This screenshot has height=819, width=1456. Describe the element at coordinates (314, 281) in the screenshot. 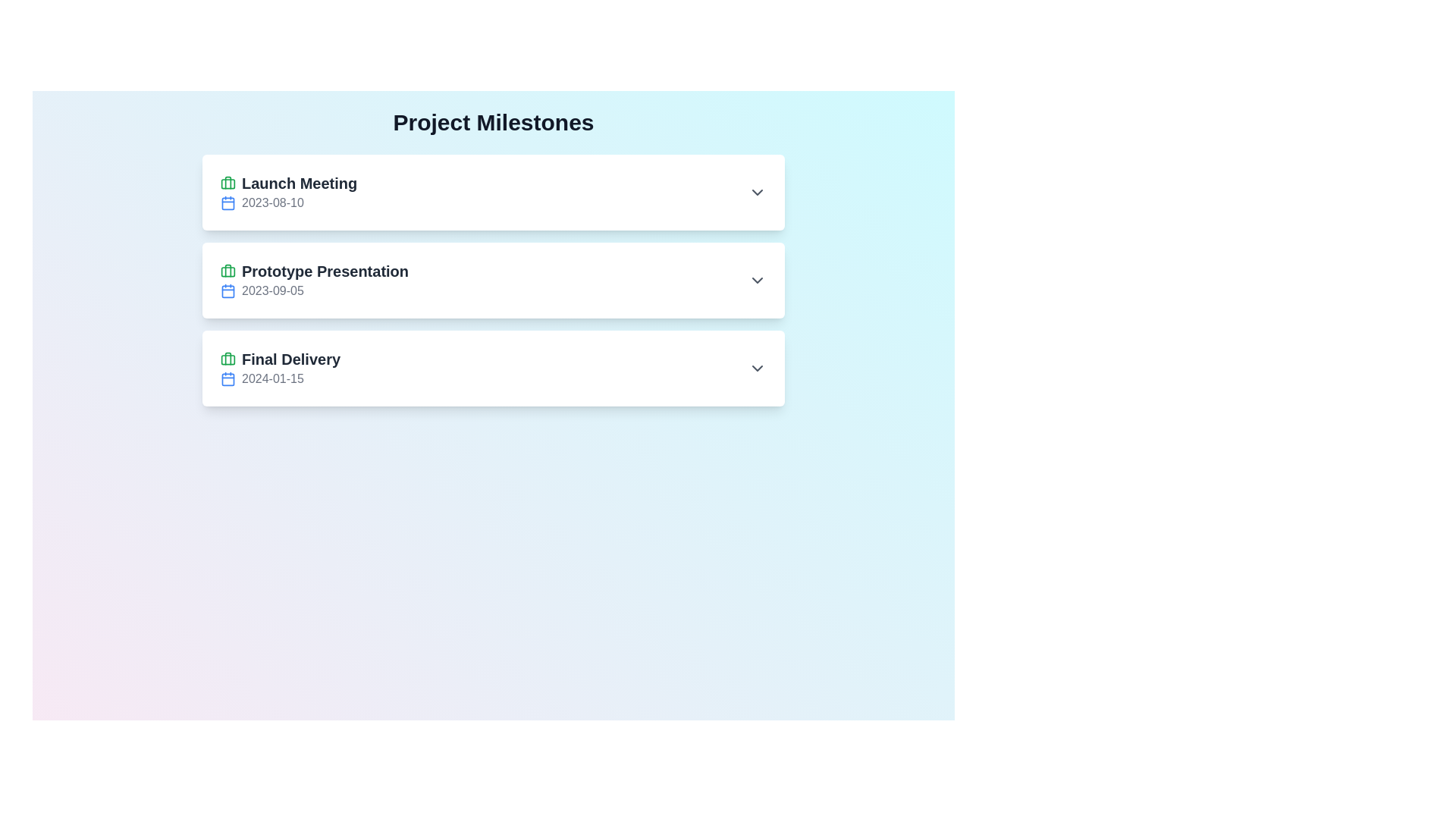

I see `details of the second milestone item in the Project Milestones section, which provides information about the title and date of the milestone` at that location.